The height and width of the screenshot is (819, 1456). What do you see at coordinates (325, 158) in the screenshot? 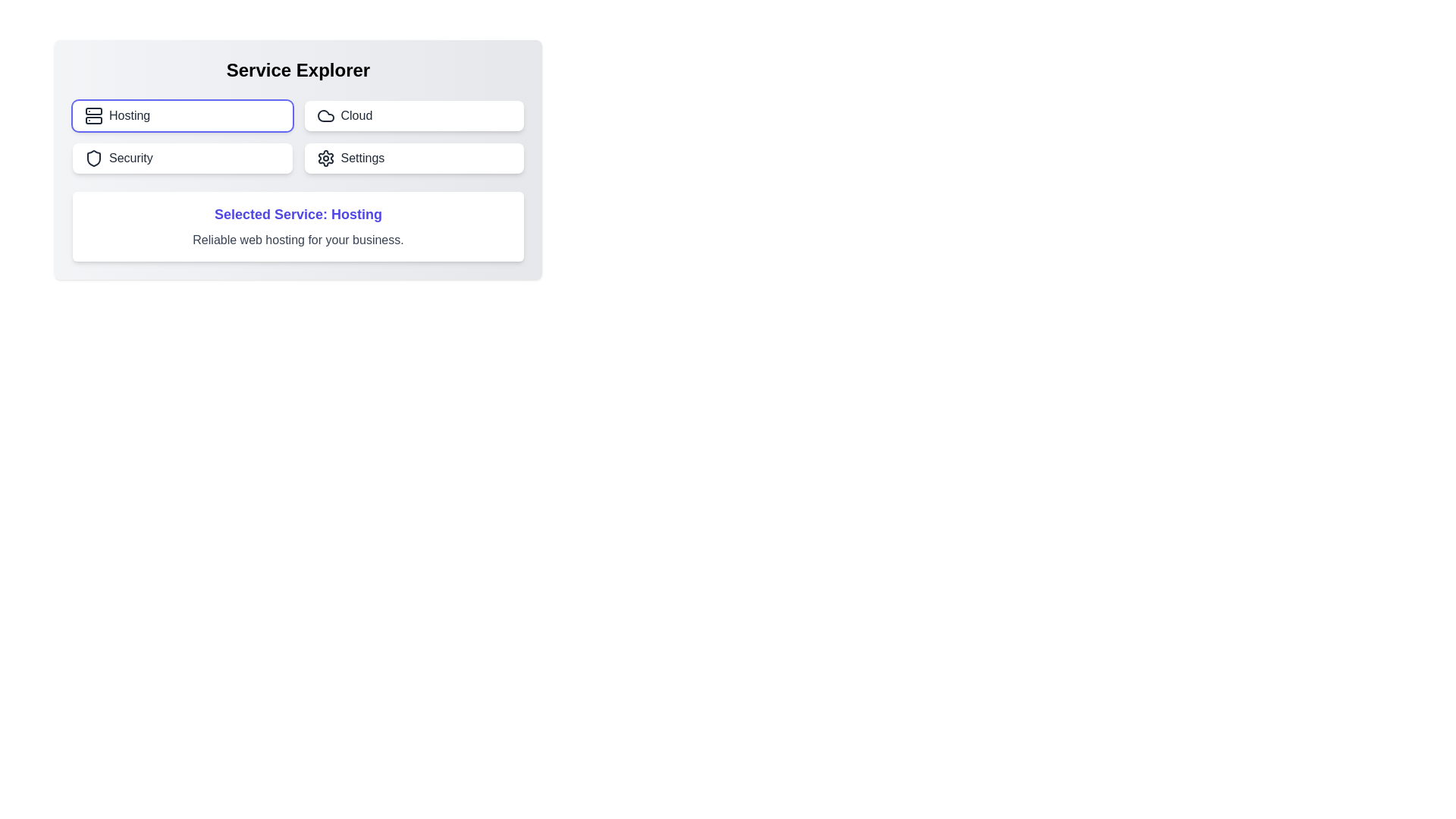
I see `the cogwheel icon within the fourth rectangular button in the 2x2 grid layout under the 'Service Explorer' heading` at bounding box center [325, 158].